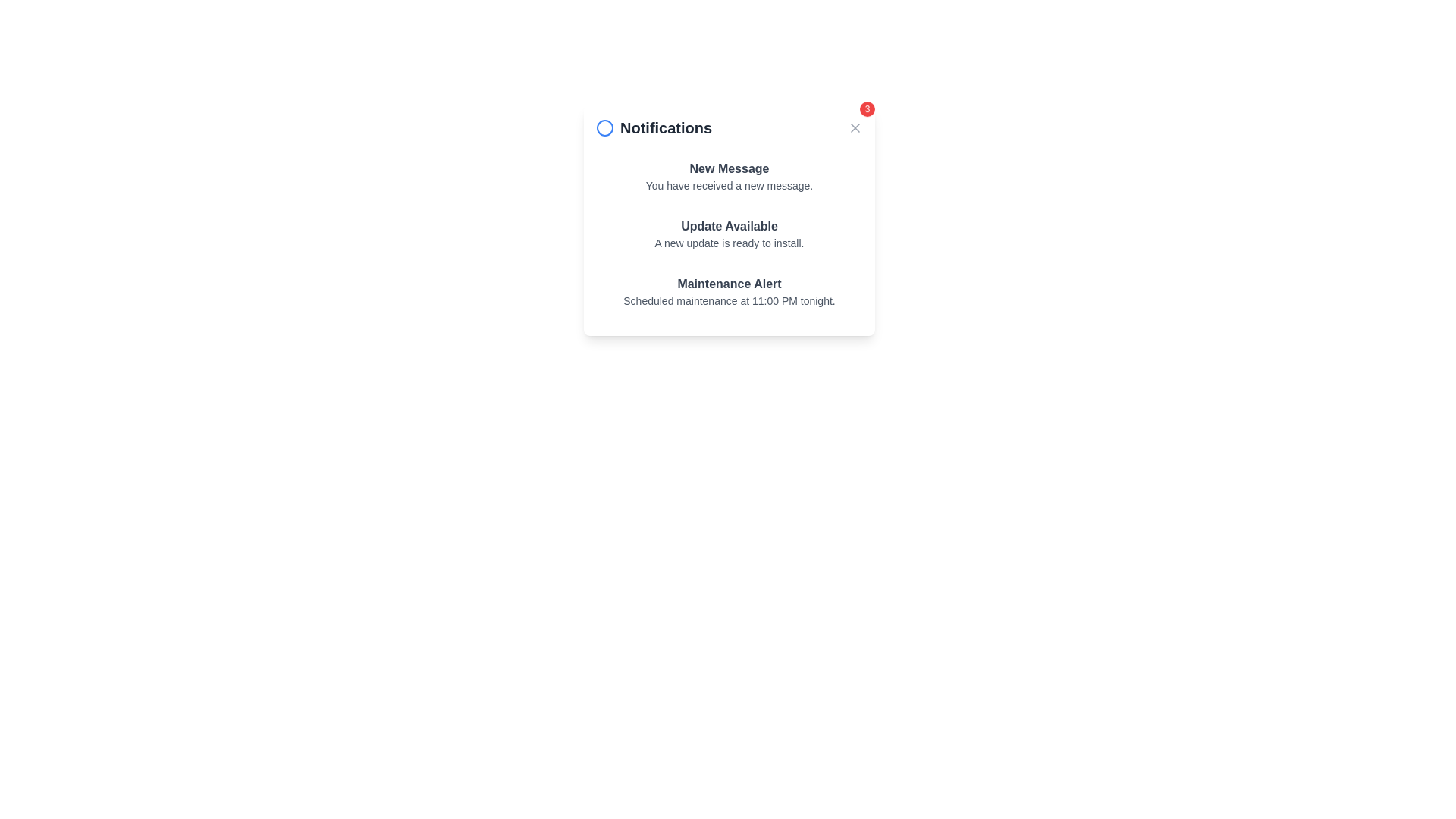 The width and height of the screenshot is (1456, 819). Describe the element at coordinates (666, 127) in the screenshot. I see `the bold, large-sized text label displaying the word 'Notifications' positioned at the top section of the notification panel, adjacent to a blue circular icon` at that location.